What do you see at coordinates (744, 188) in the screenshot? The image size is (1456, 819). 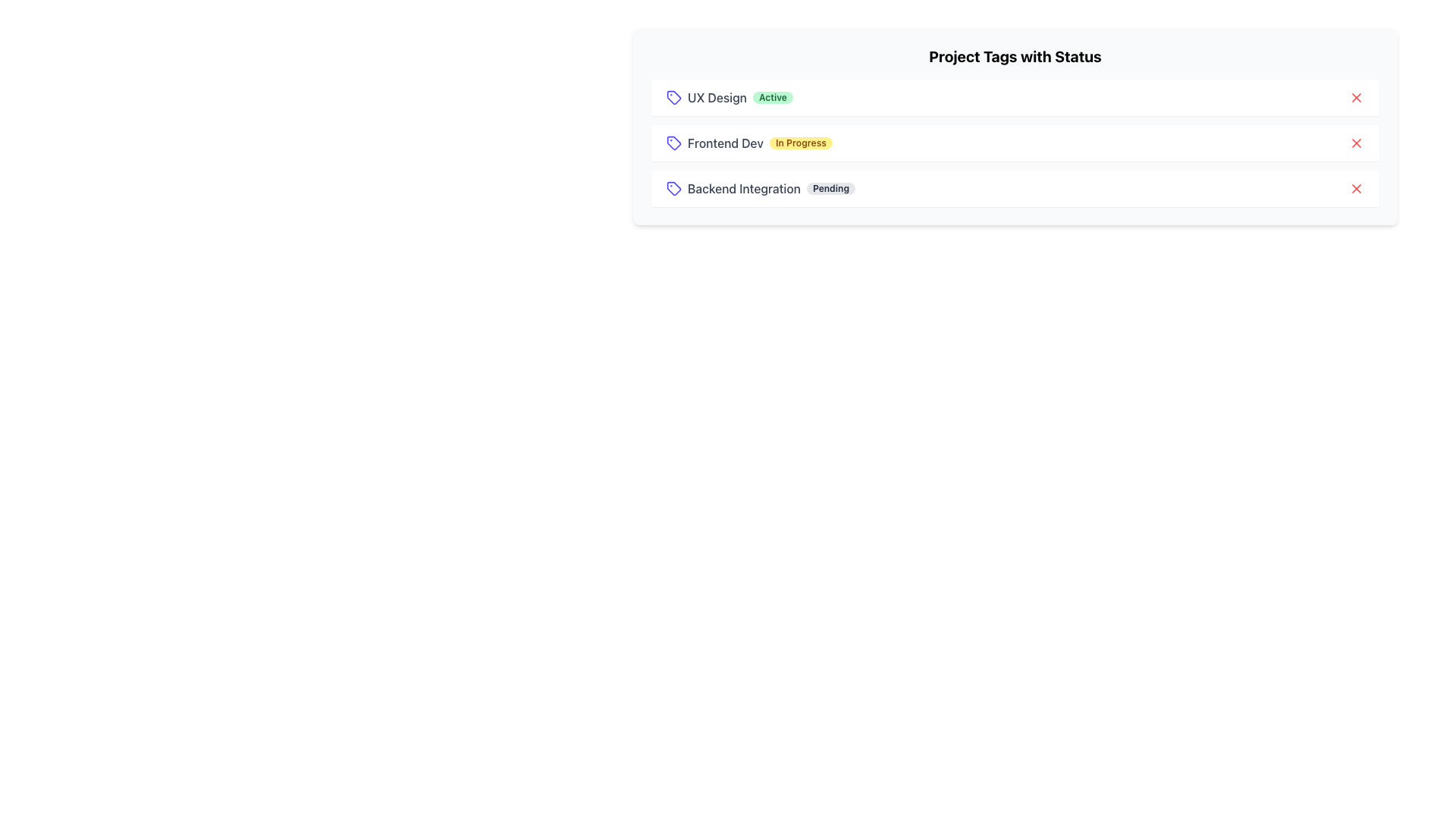 I see `the third text element in the vertically aligned list under 'Project Tags with Status', located between a tag icon and a 'Pending' badge` at bounding box center [744, 188].